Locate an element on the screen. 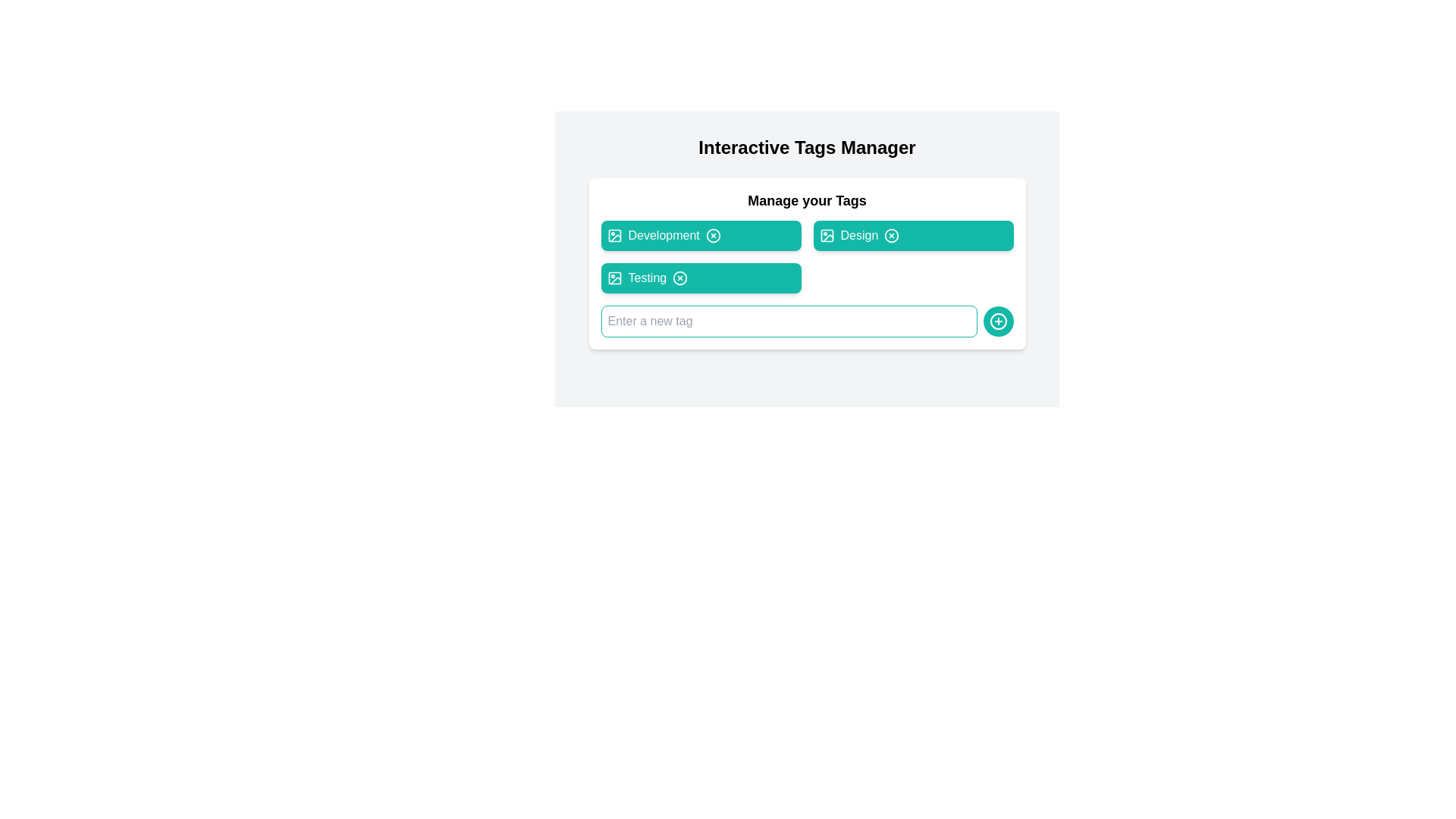  the appearance of the SVG circle shape that symbolizes a delete or close action within the 'Design' tag component, aligned with an 'X' mark on the right is located at coordinates (892, 236).